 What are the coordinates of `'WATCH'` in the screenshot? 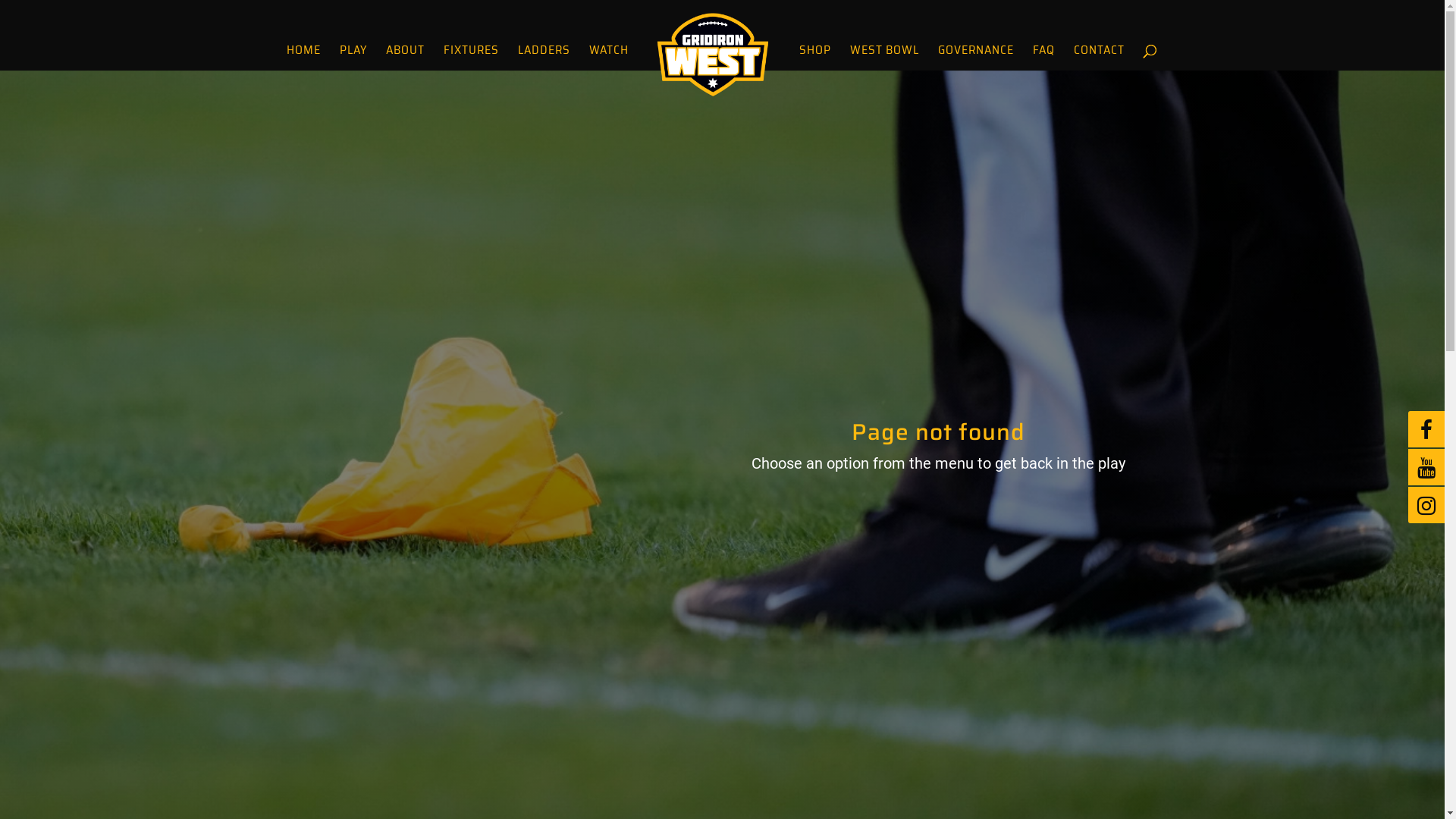 It's located at (607, 57).